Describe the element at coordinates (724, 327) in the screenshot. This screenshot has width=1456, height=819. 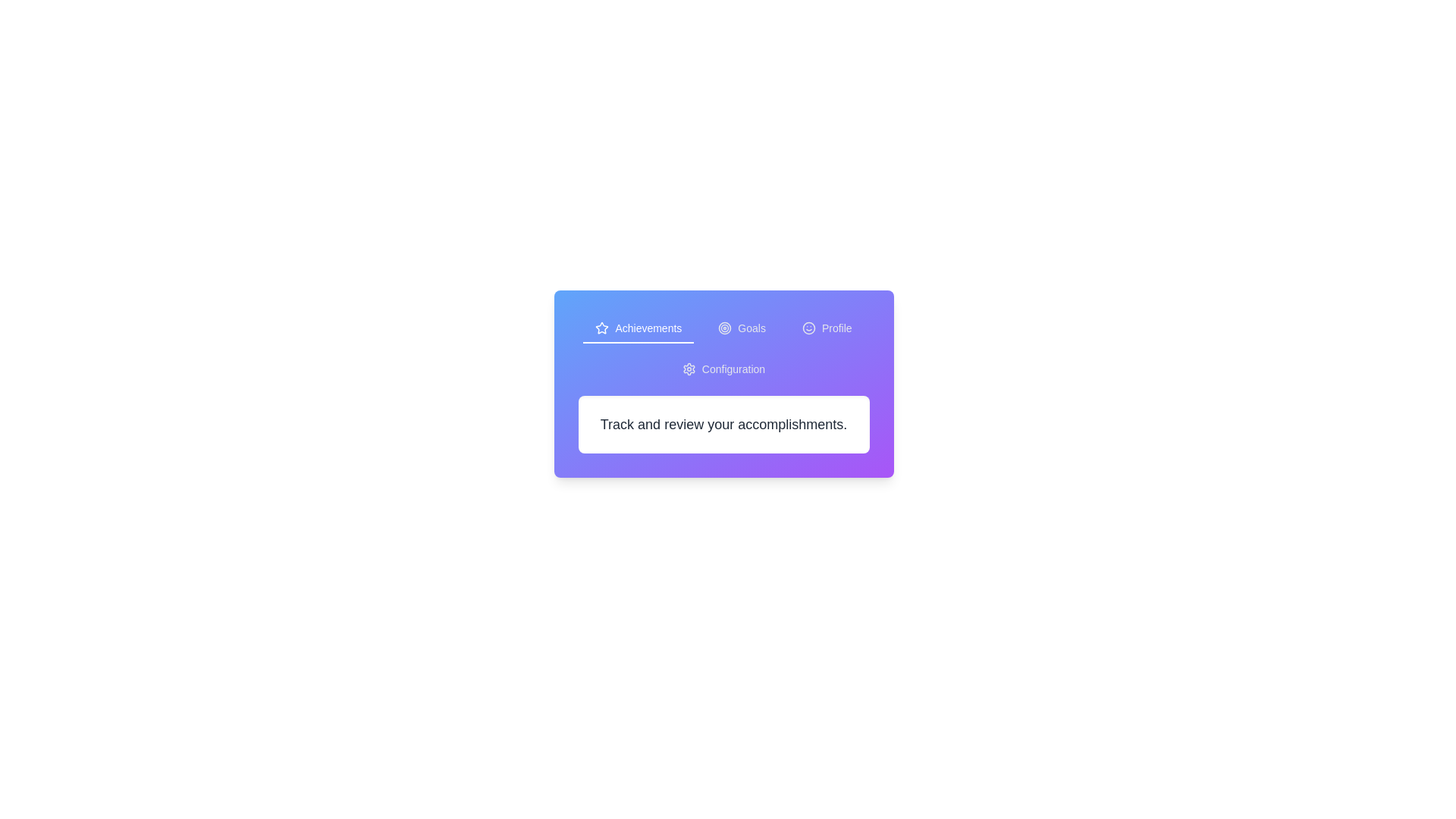
I see `the icon associated with the Goals tab to verify its functionality` at that location.